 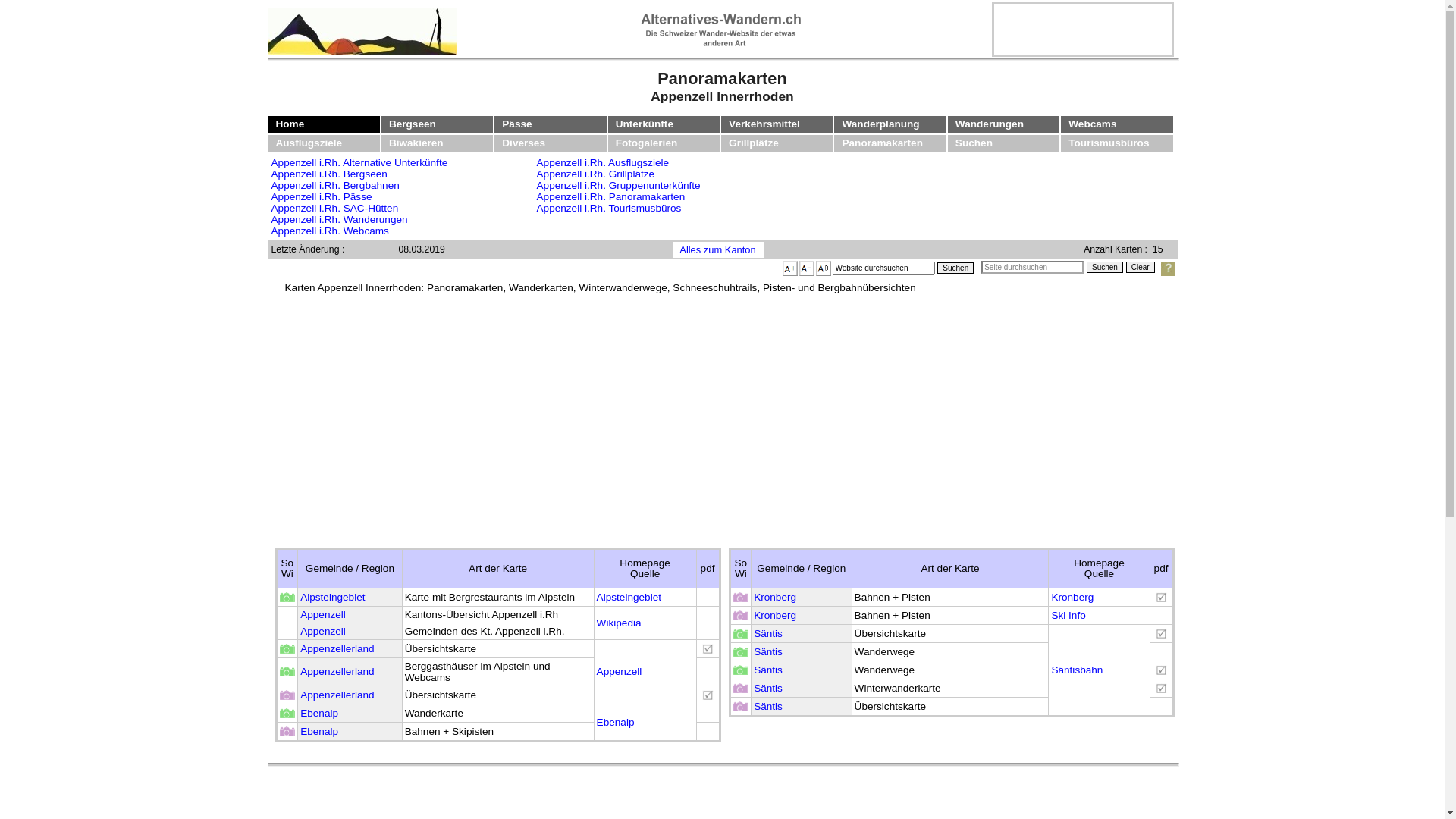 What do you see at coordinates (309, 143) in the screenshot?
I see `'Ausflugsziele'` at bounding box center [309, 143].